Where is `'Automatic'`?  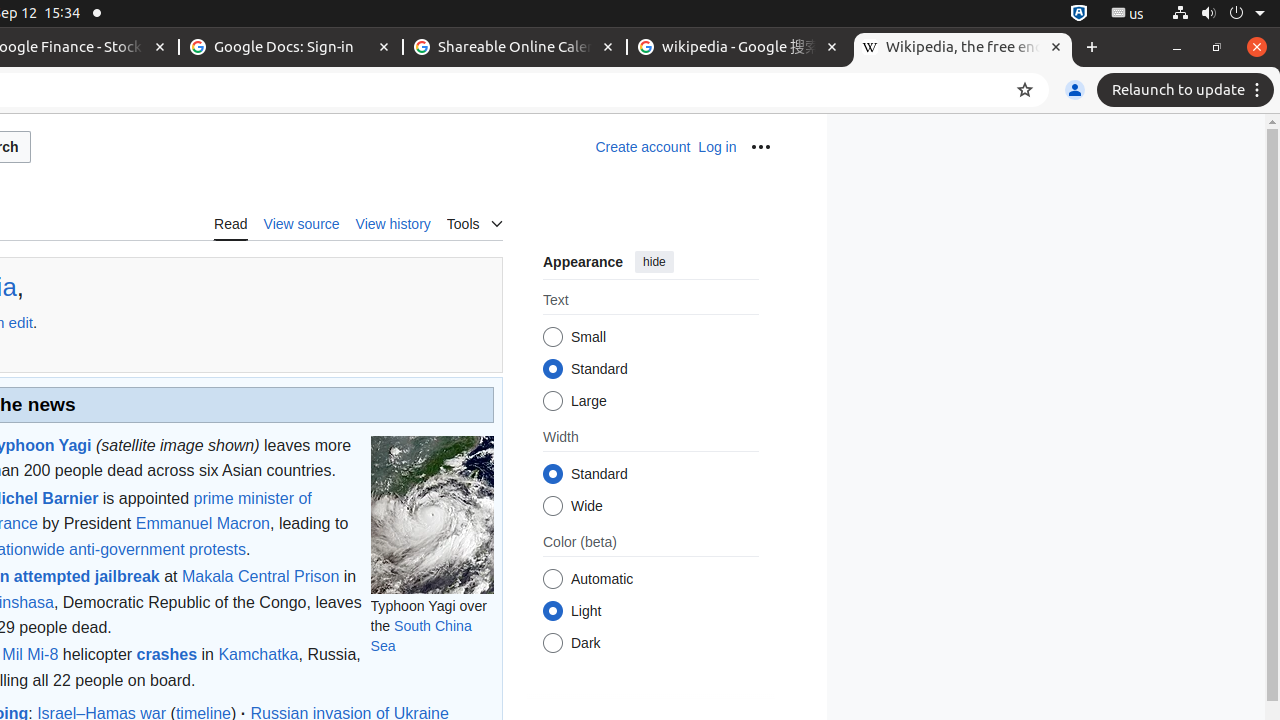
'Automatic' is located at coordinates (552, 579).